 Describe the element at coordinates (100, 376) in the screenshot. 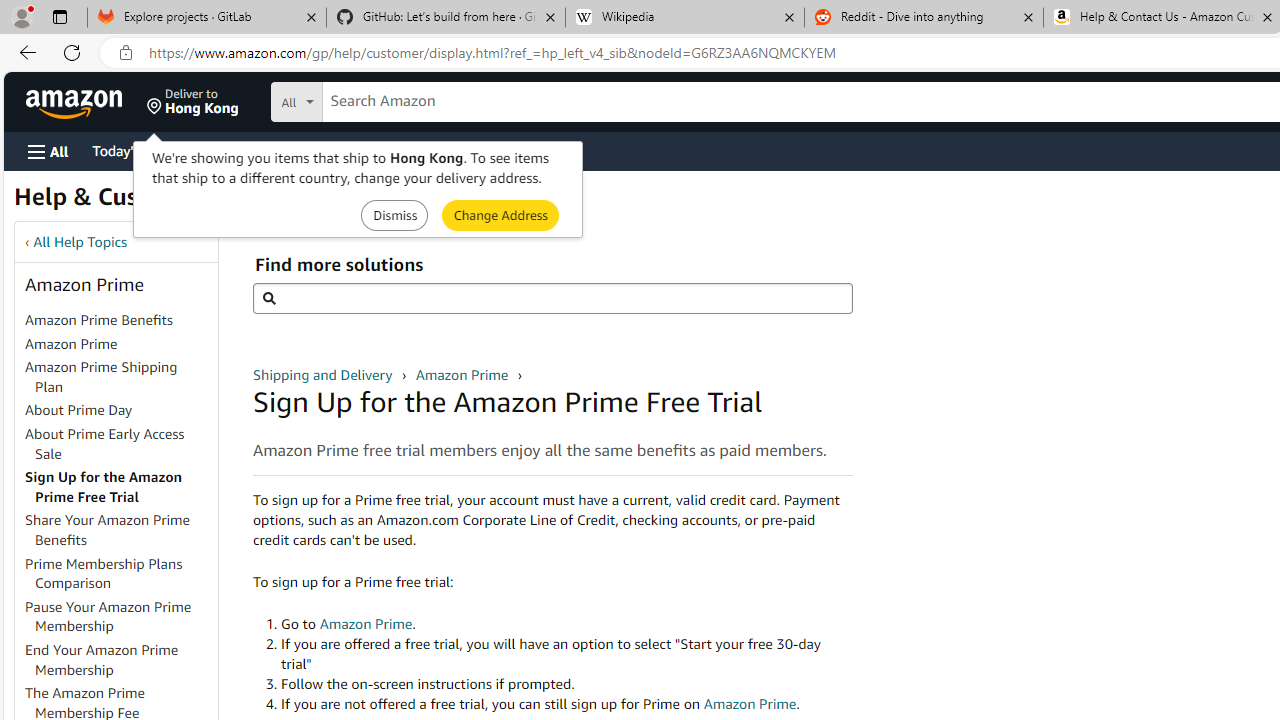

I see `'Amazon Prime Shipping Plan'` at that location.